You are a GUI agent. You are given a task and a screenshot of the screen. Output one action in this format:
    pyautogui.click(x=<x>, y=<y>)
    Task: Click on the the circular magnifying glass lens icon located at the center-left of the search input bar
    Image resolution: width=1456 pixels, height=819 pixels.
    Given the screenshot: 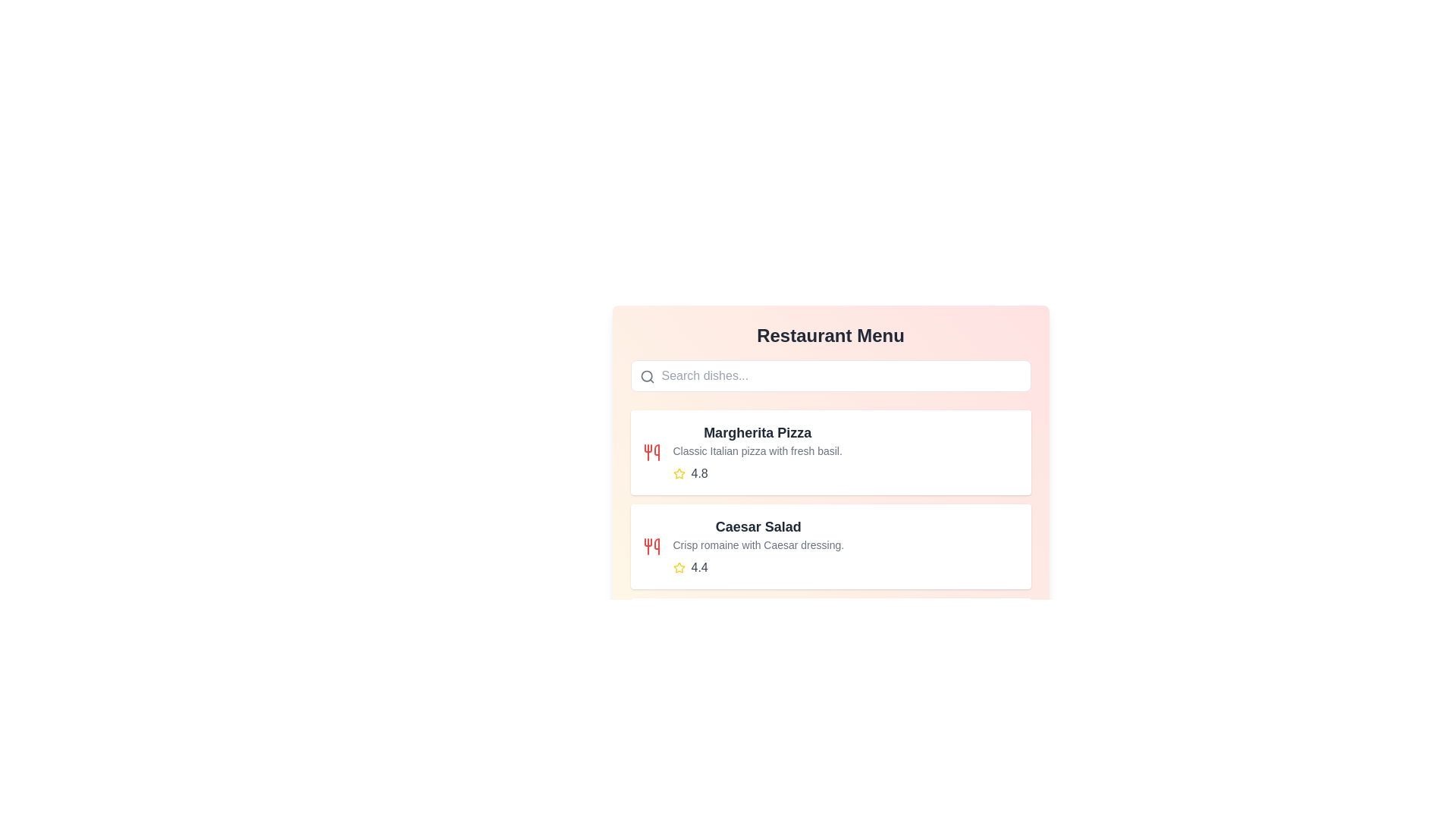 What is the action you would take?
    pyautogui.click(x=646, y=375)
    